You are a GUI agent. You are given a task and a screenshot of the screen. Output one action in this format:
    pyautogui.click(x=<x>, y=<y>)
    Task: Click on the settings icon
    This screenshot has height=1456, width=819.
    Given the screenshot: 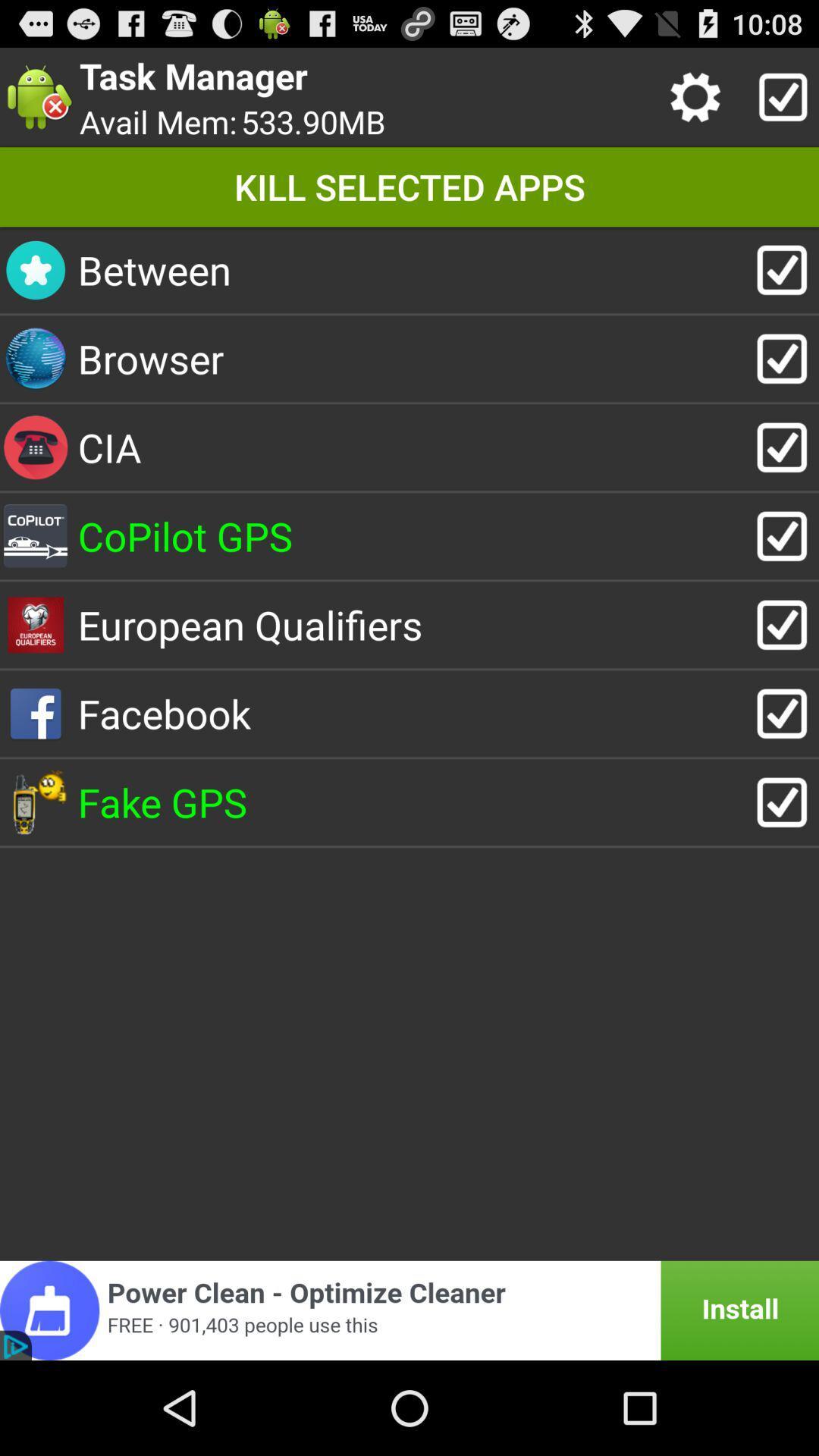 What is the action you would take?
    pyautogui.click(x=699, y=96)
    